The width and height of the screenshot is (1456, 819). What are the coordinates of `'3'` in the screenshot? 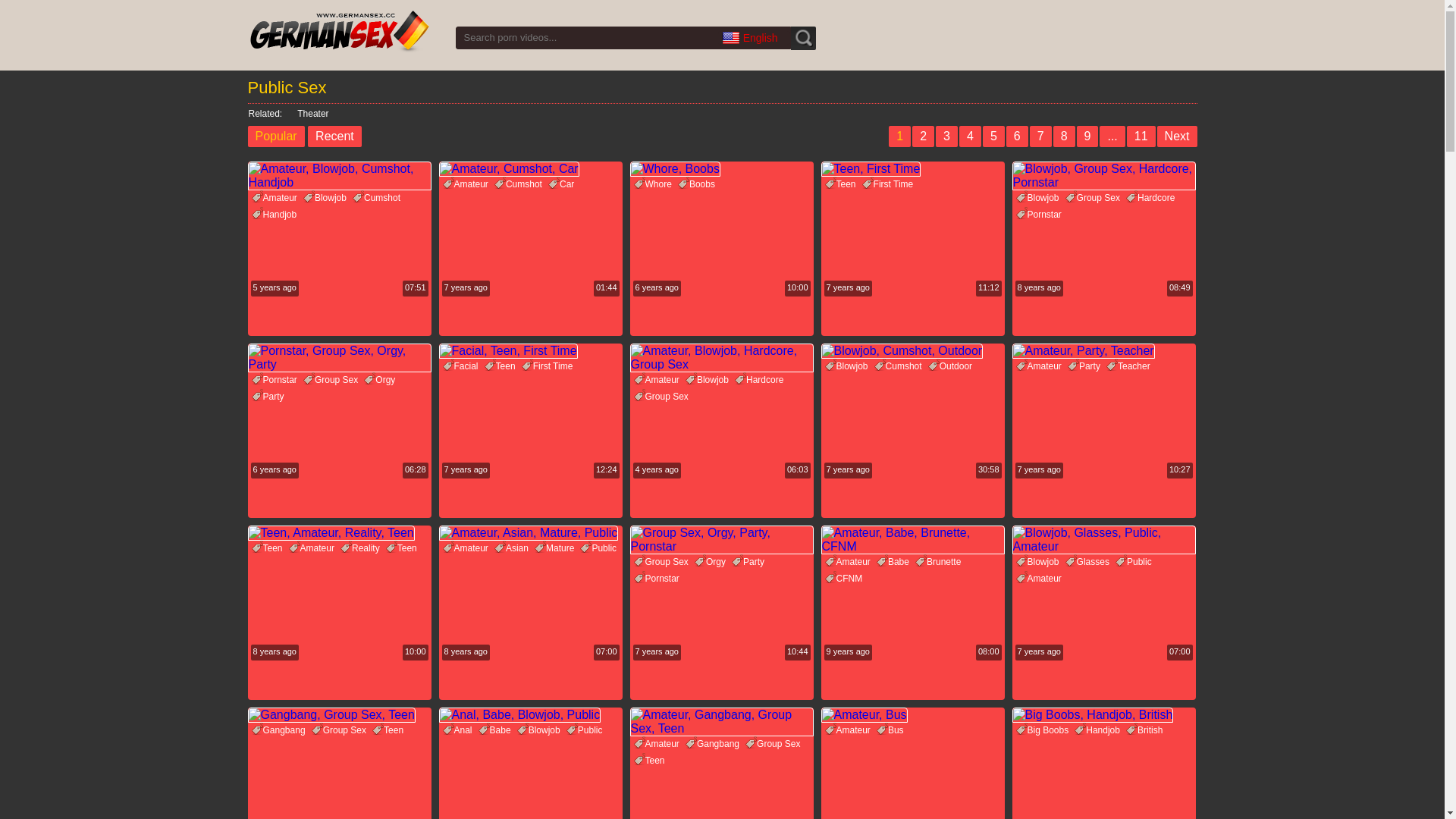 It's located at (946, 136).